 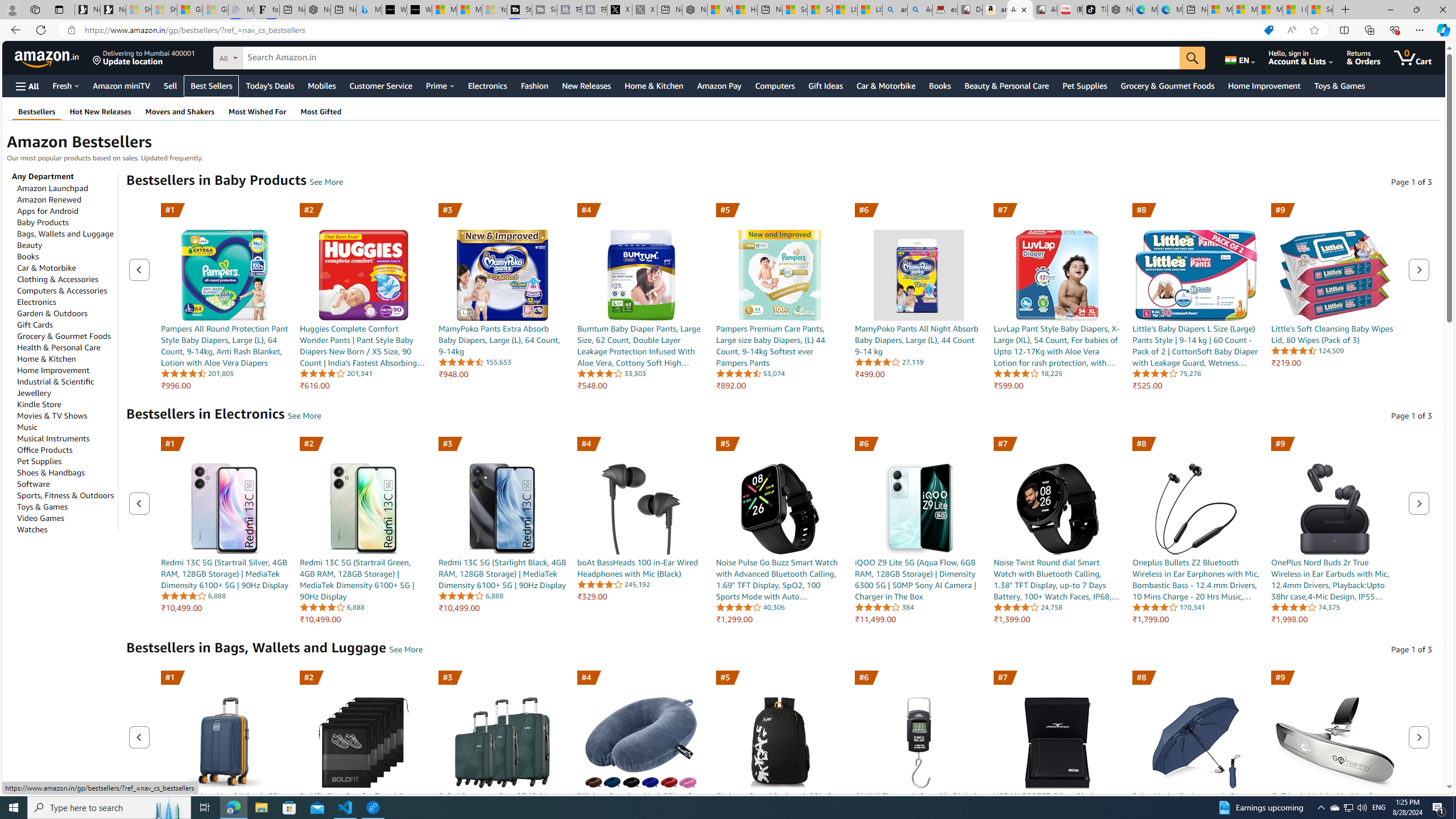 I want to click on 'Nordace - #1 Japanese Best-Seller - Siena Smart Backpack', so click(x=317, y=9).